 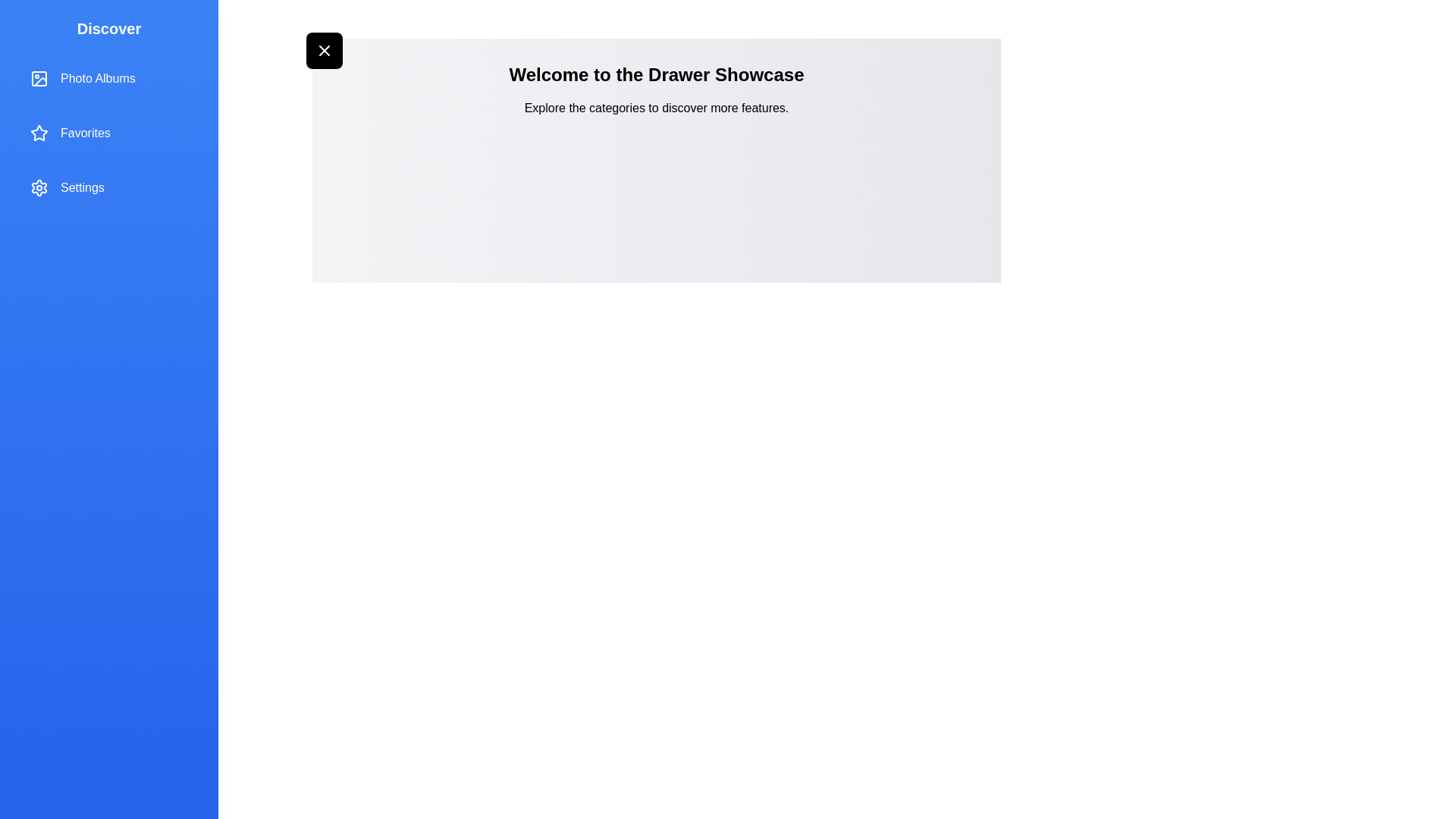 I want to click on the drawer item Favorites to observe the hover effect, so click(x=108, y=133).